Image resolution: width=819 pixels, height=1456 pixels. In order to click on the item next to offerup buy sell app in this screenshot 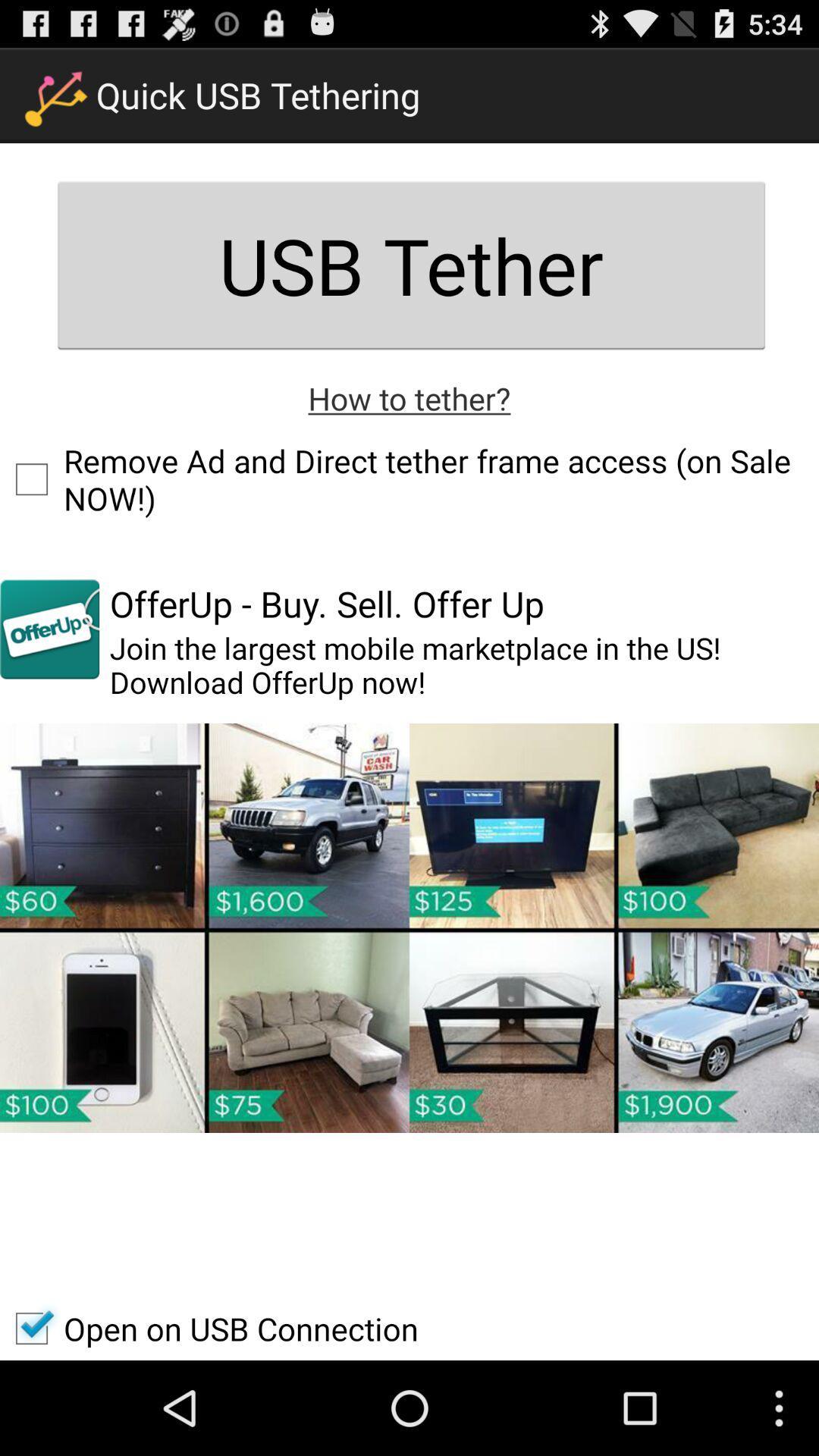, I will do `click(49, 629)`.